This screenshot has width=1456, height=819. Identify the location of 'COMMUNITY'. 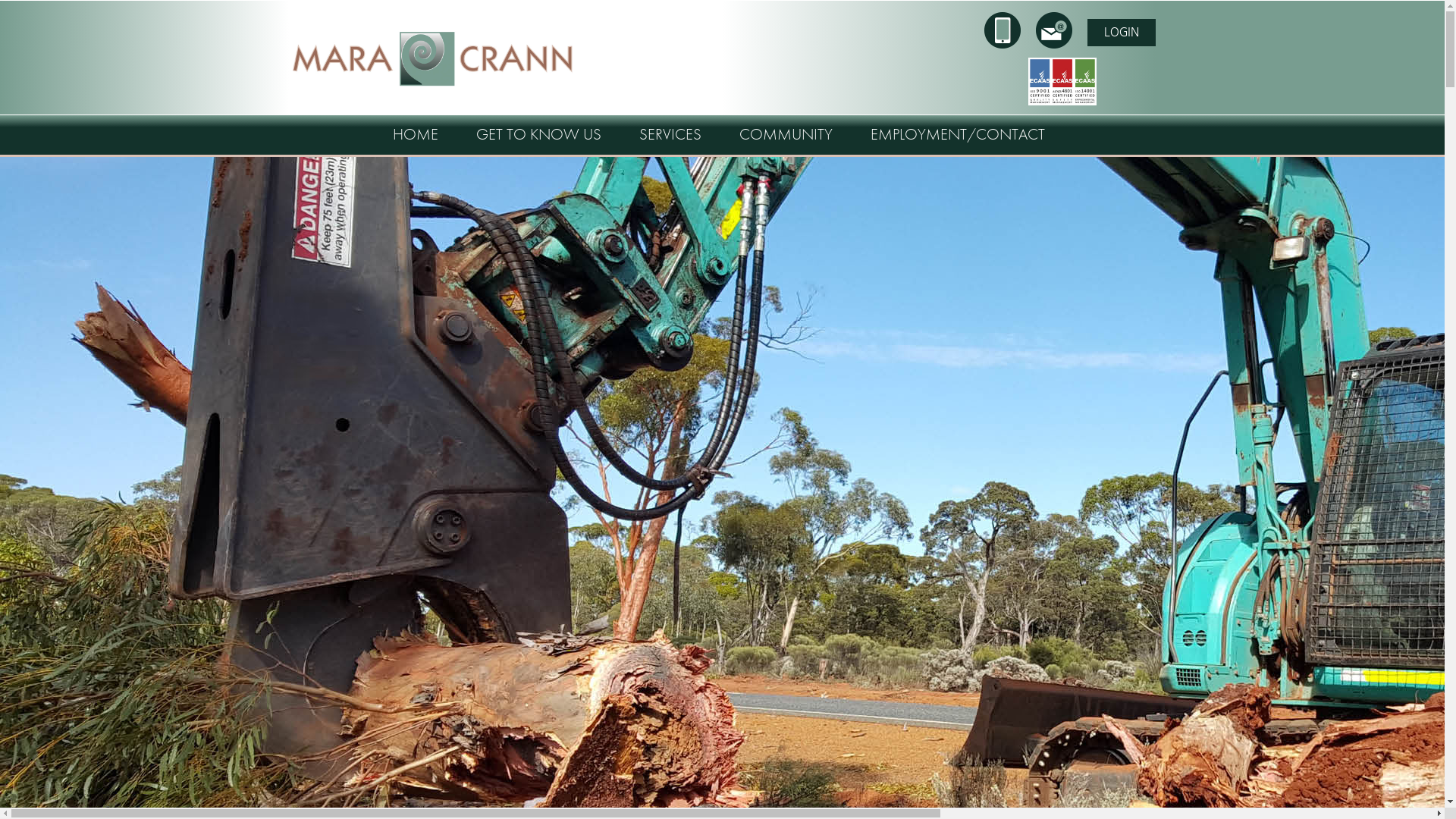
(785, 133).